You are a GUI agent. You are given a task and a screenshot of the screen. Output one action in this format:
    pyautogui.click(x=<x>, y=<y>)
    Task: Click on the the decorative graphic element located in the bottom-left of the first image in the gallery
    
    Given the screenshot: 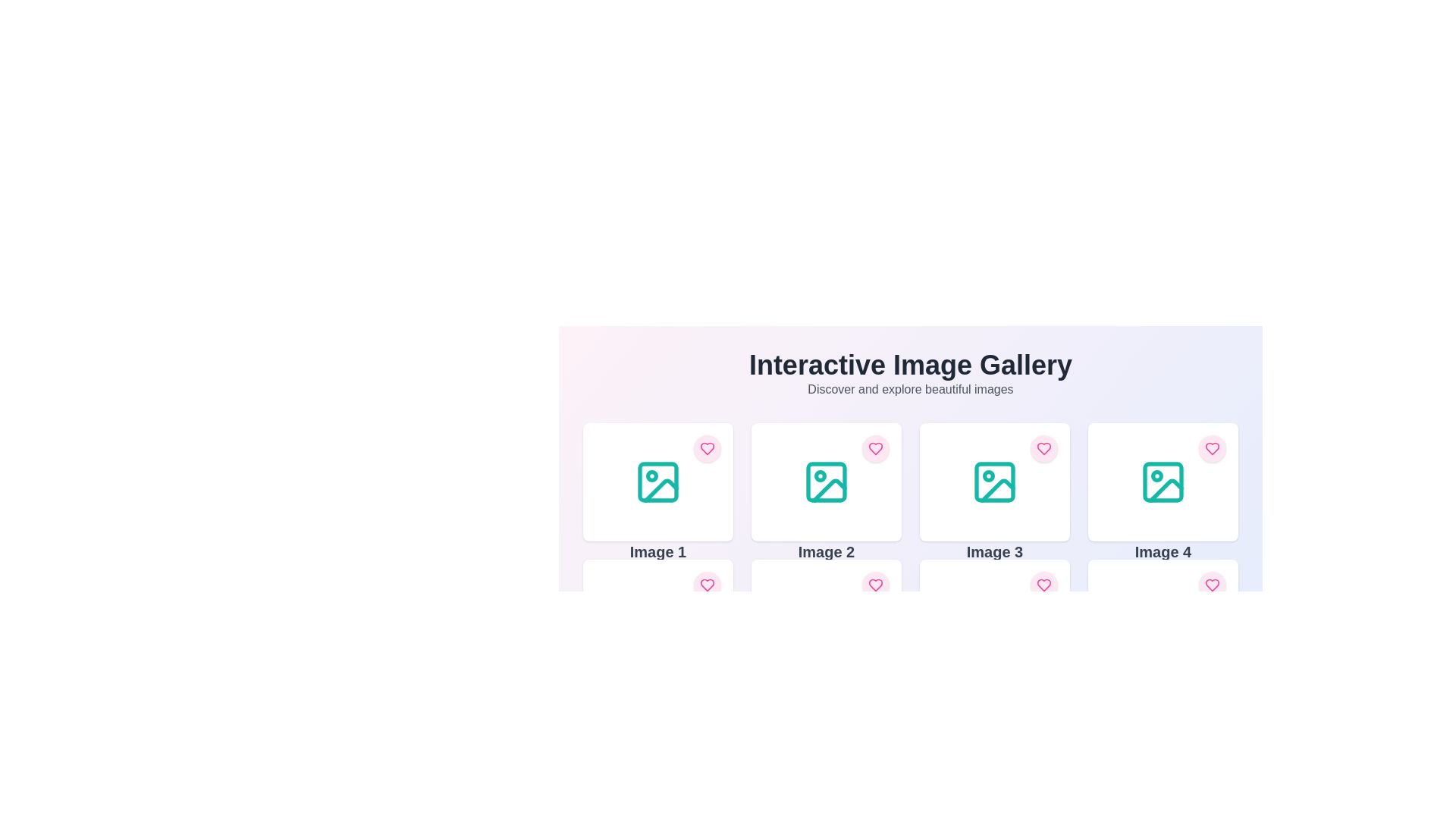 What is the action you would take?
    pyautogui.click(x=661, y=491)
    